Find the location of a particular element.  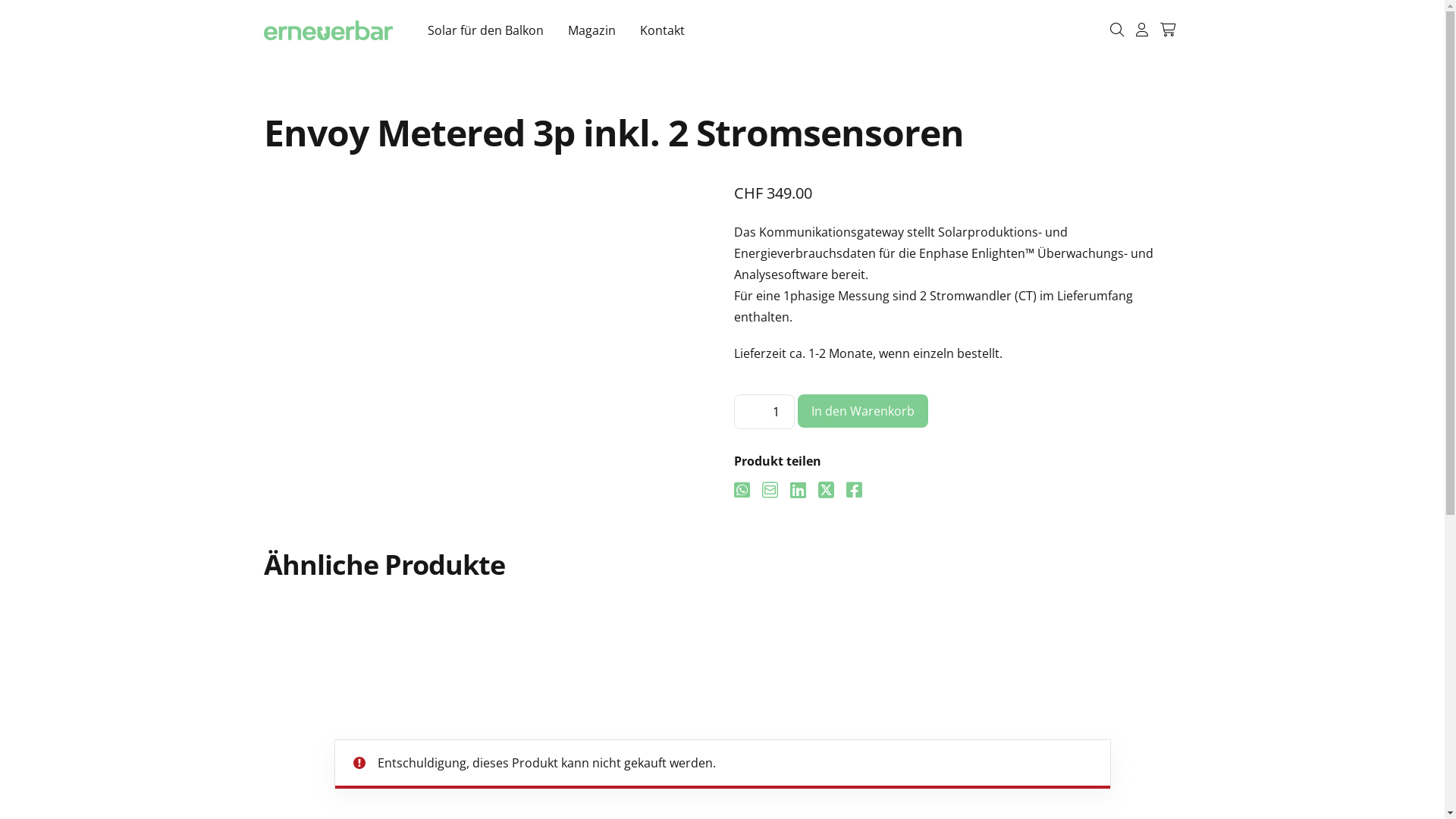

'Kontakt' is located at coordinates (662, 30).